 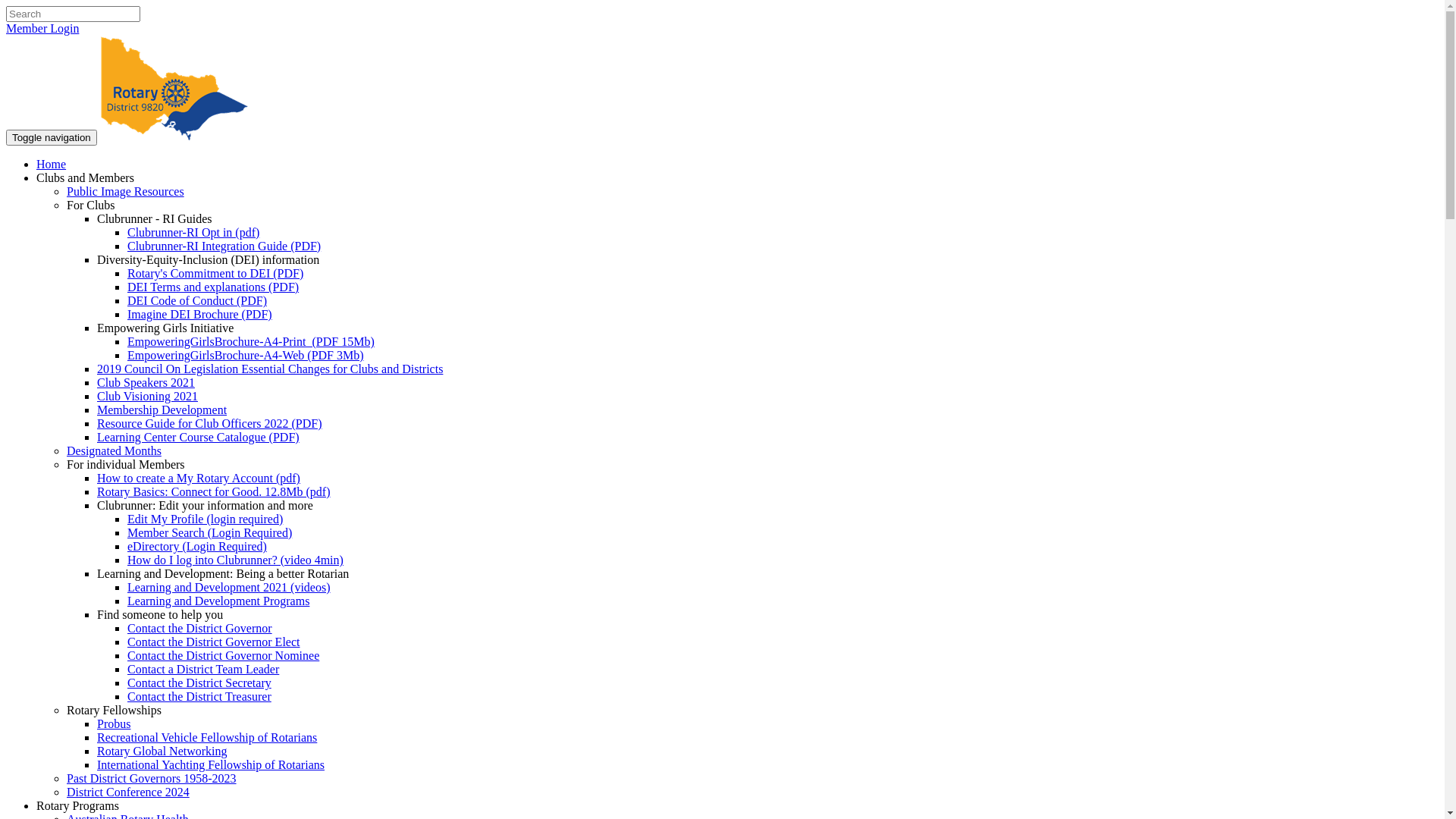 What do you see at coordinates (65, 710) in the screenshot?
I see `'Rotary Fellowships'` at bounding box center [65, 710].